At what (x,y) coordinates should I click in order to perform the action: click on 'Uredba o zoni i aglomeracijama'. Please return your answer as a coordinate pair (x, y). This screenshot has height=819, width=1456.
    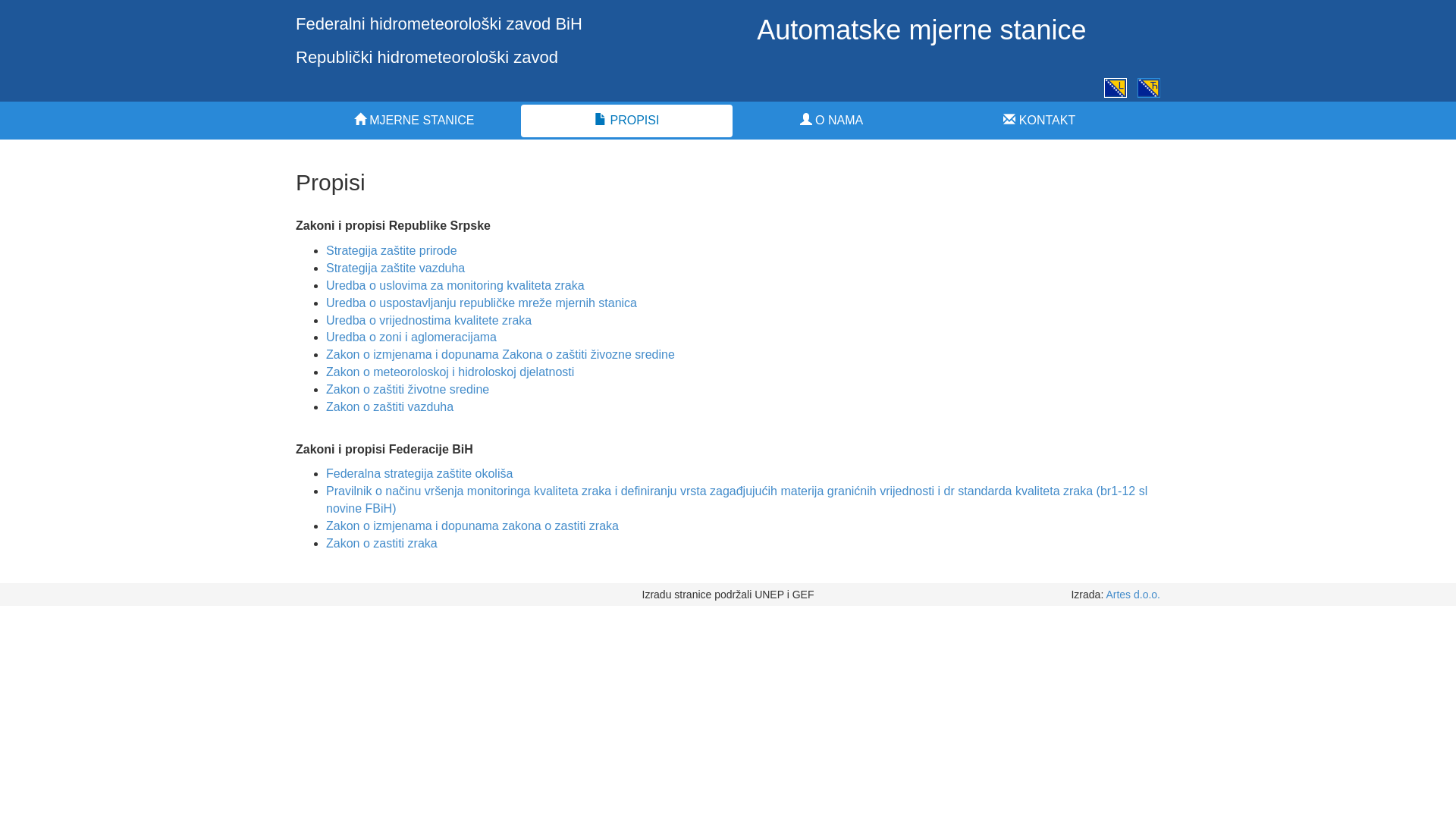
    Looking at the image, I should click on (411, 336).